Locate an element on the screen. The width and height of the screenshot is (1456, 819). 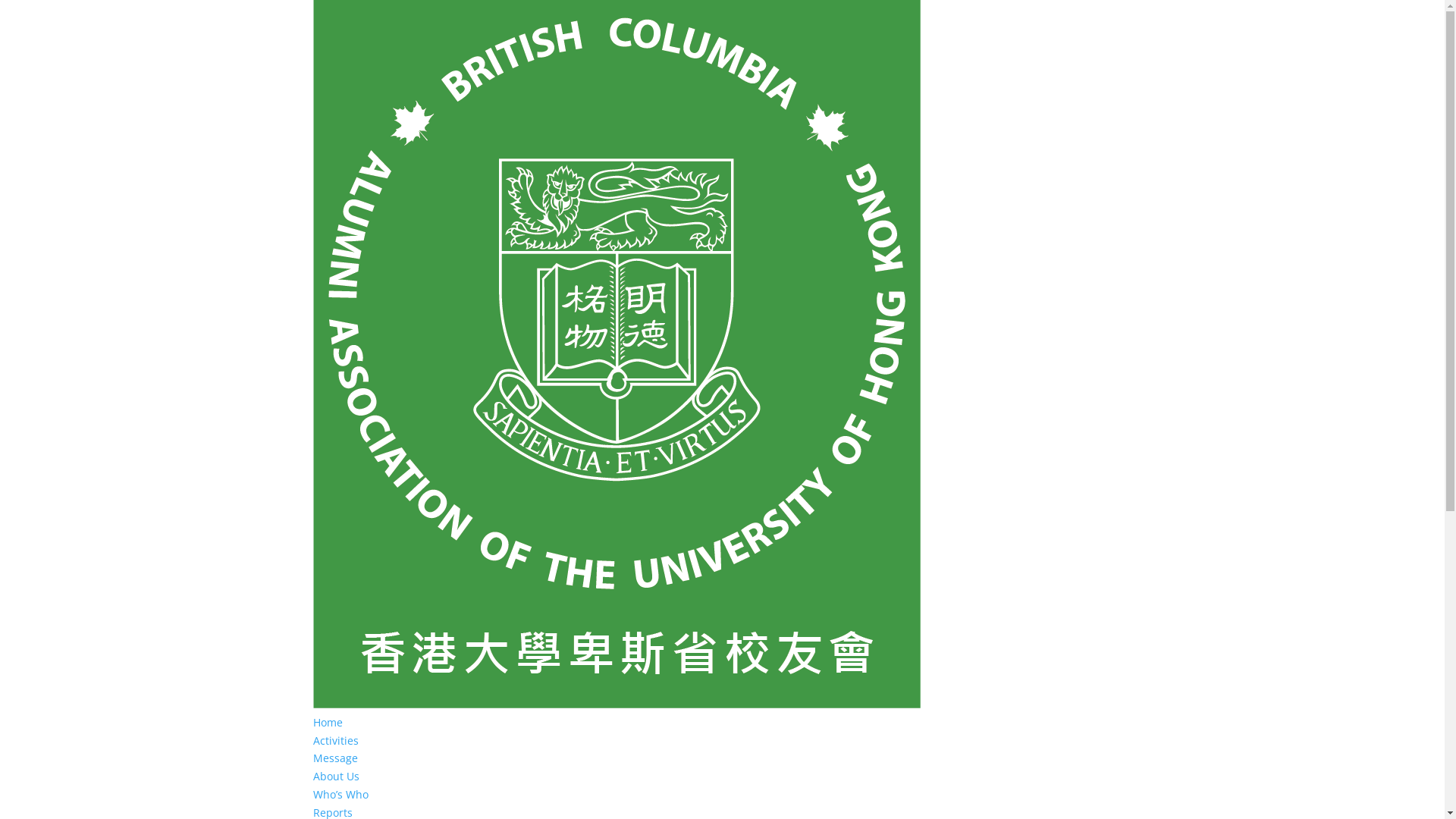
'About Us' is located at coordinates (334, 776).